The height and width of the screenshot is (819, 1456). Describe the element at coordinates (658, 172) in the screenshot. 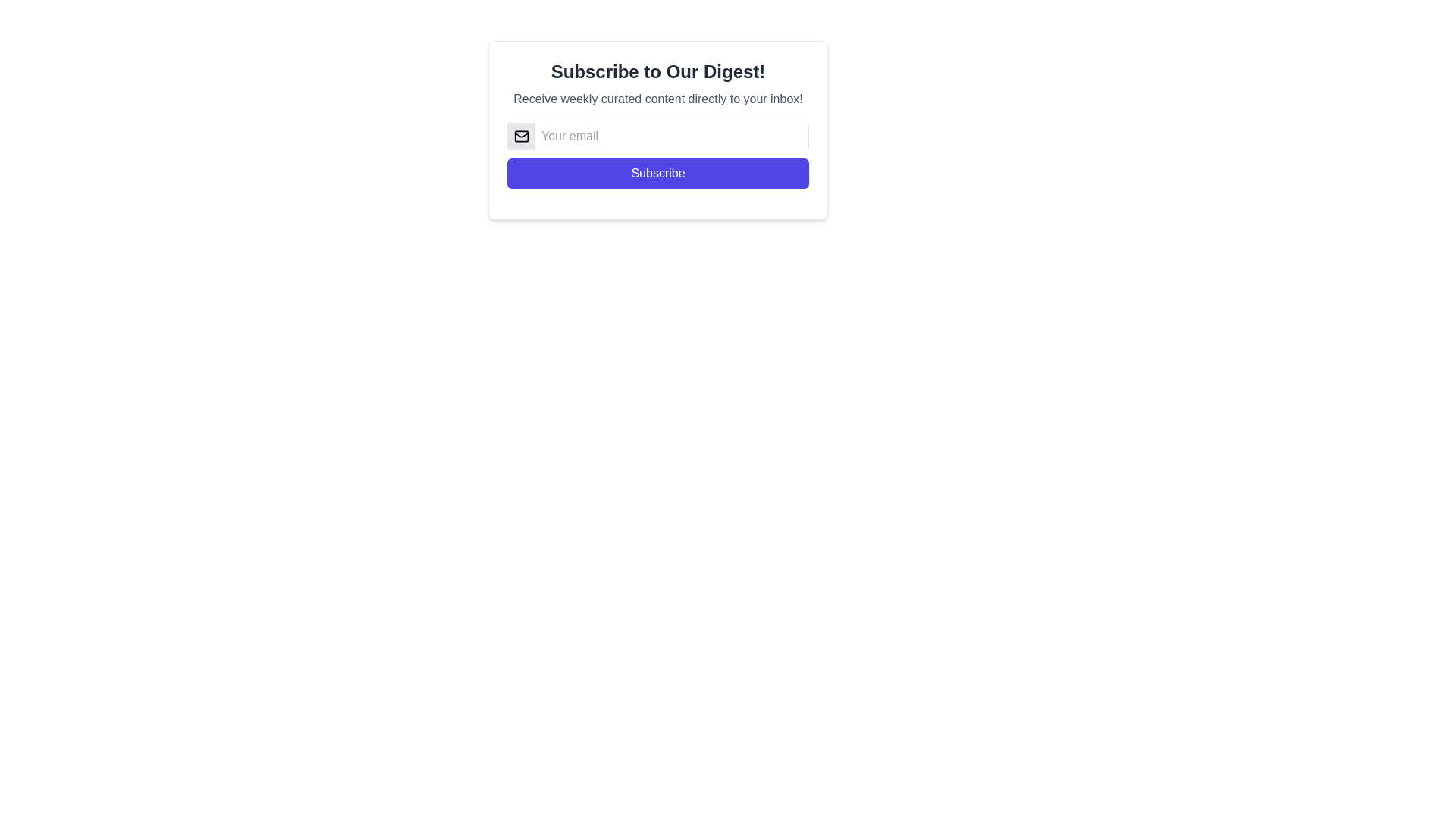

I see `the blue 'Subscribe' button with rounded corners` at that location.